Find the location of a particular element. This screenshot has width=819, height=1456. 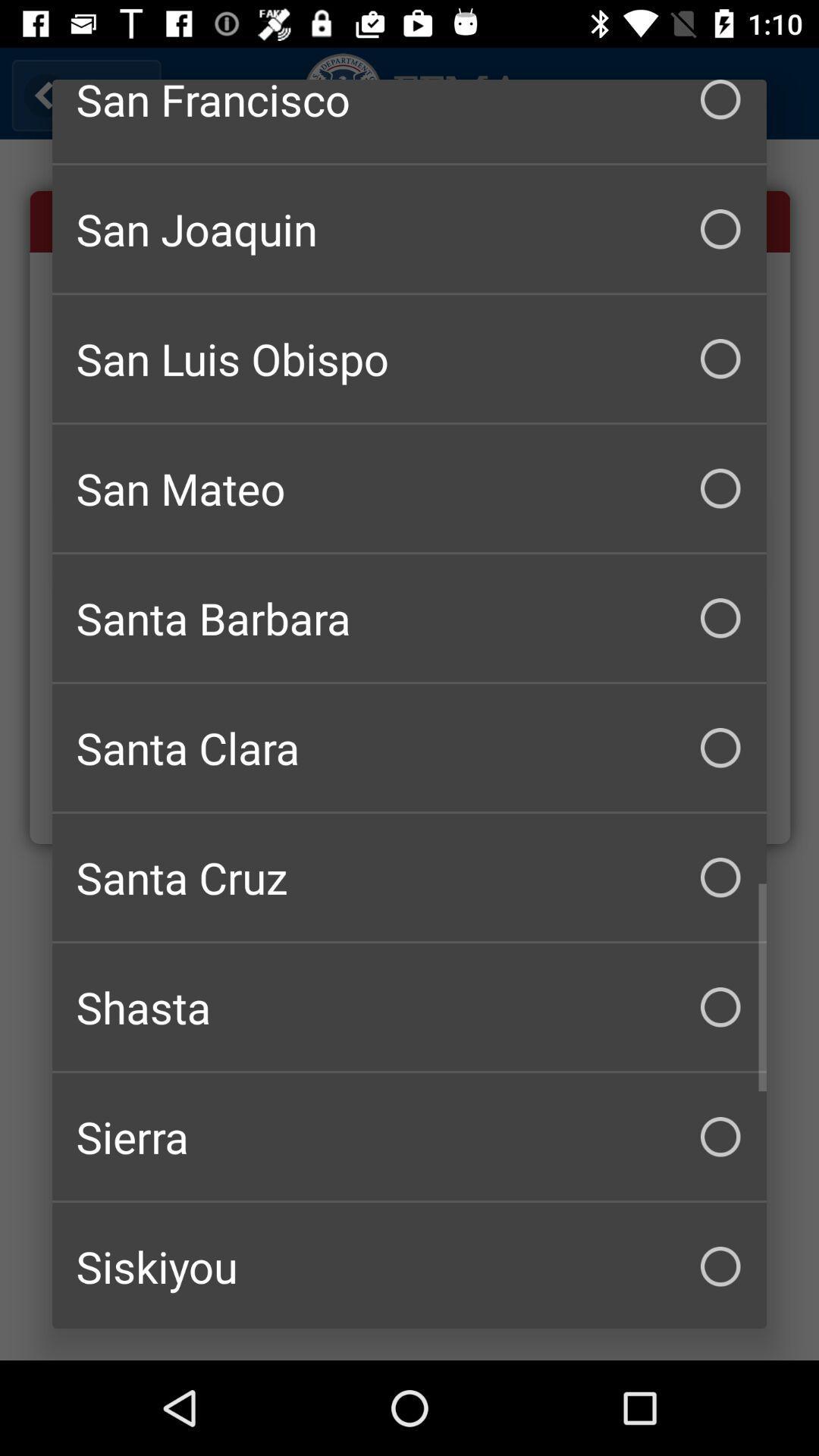

santa clara icon is located at coordinates (409, 748).